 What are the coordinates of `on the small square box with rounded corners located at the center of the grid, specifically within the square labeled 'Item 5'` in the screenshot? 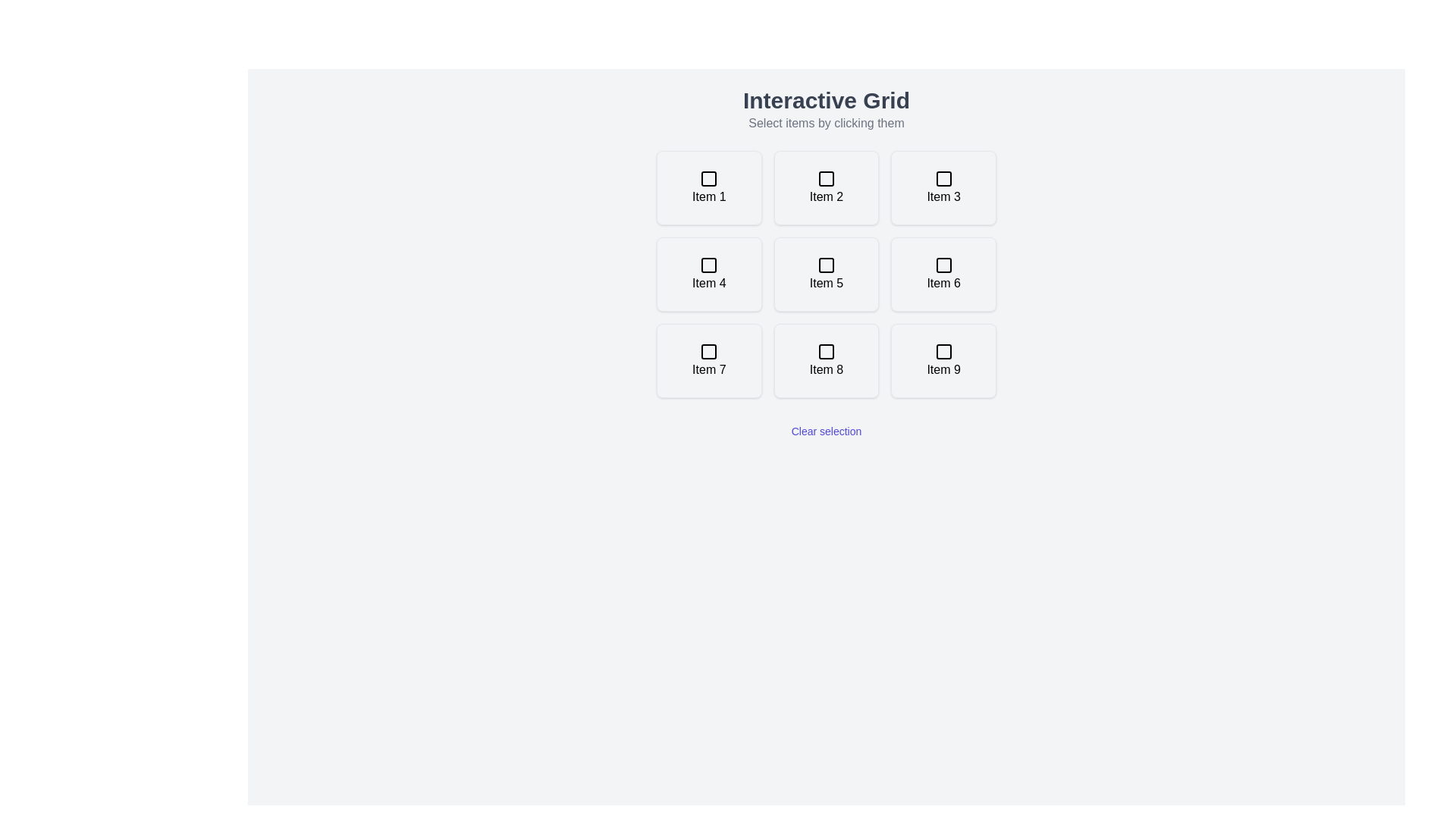 It's located at (825, 265).